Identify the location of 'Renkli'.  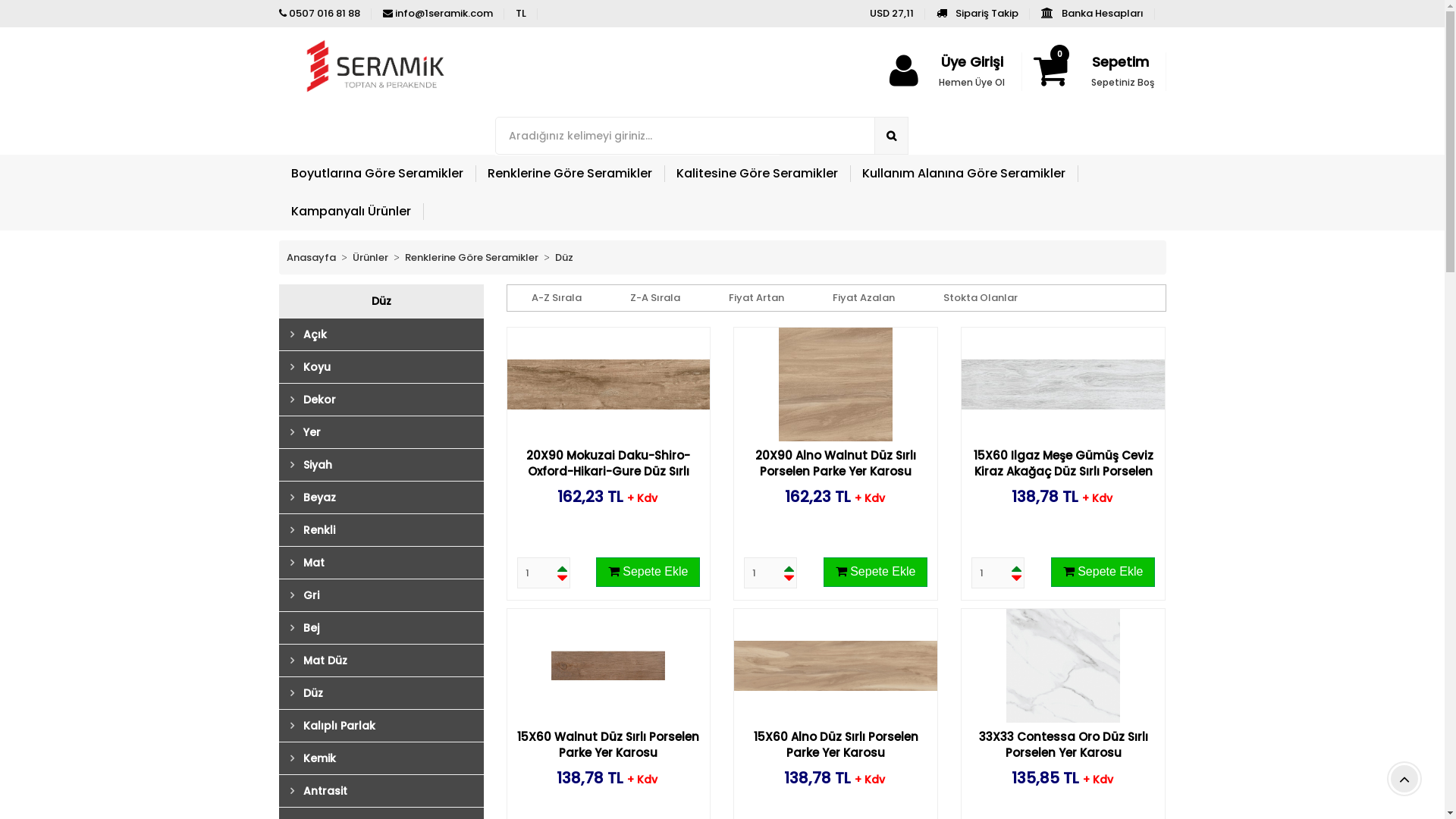
(391, 529).